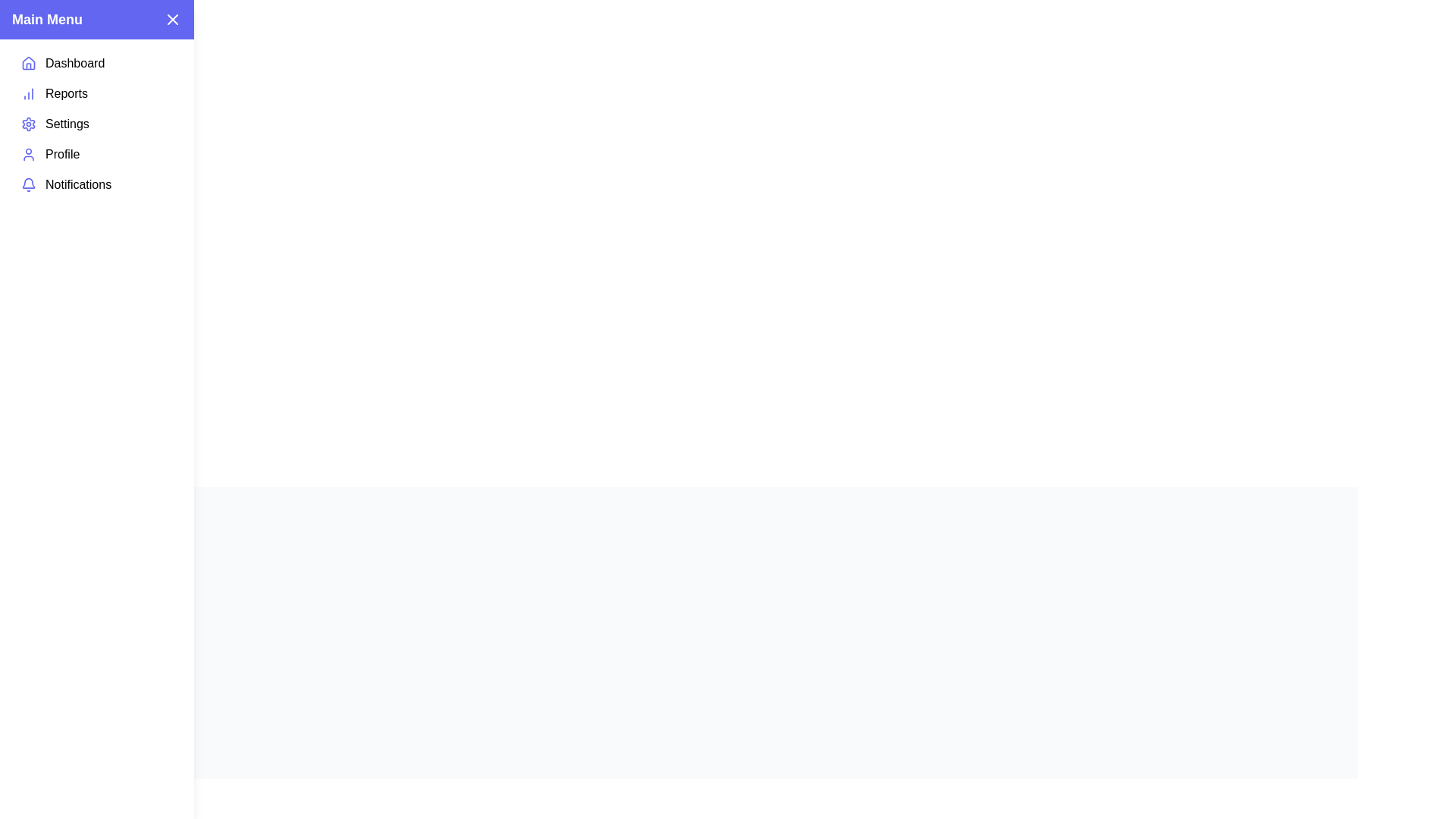  What do you see at coordinates (29, 184) in the screenshot?
I see `the bell icon located to the left of the 'Notifications' text in the fifth item of the vertical navigation menu` at bounding box center [29, 184].